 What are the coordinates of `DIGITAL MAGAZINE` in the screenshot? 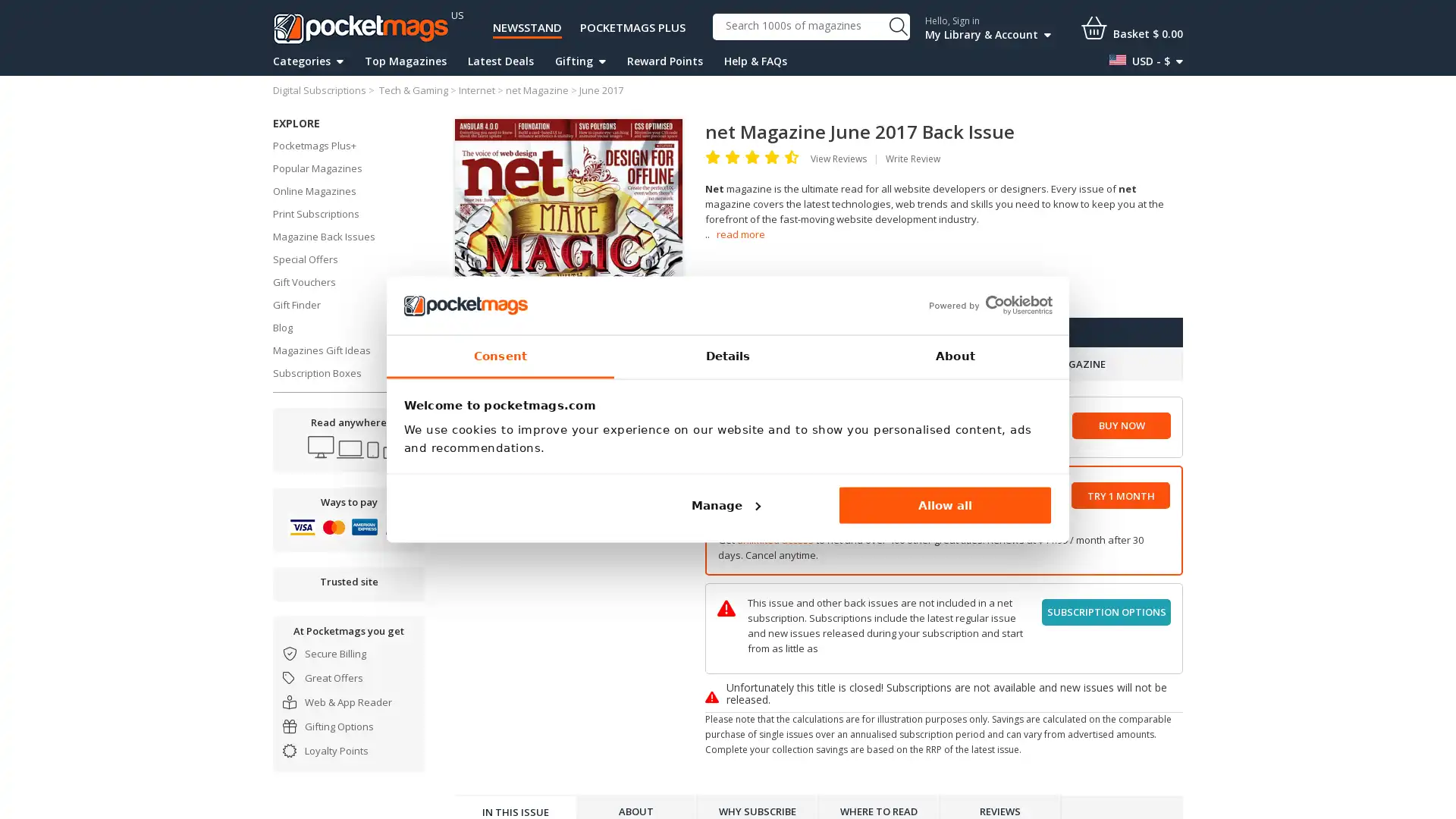 It's located at (824, 364).